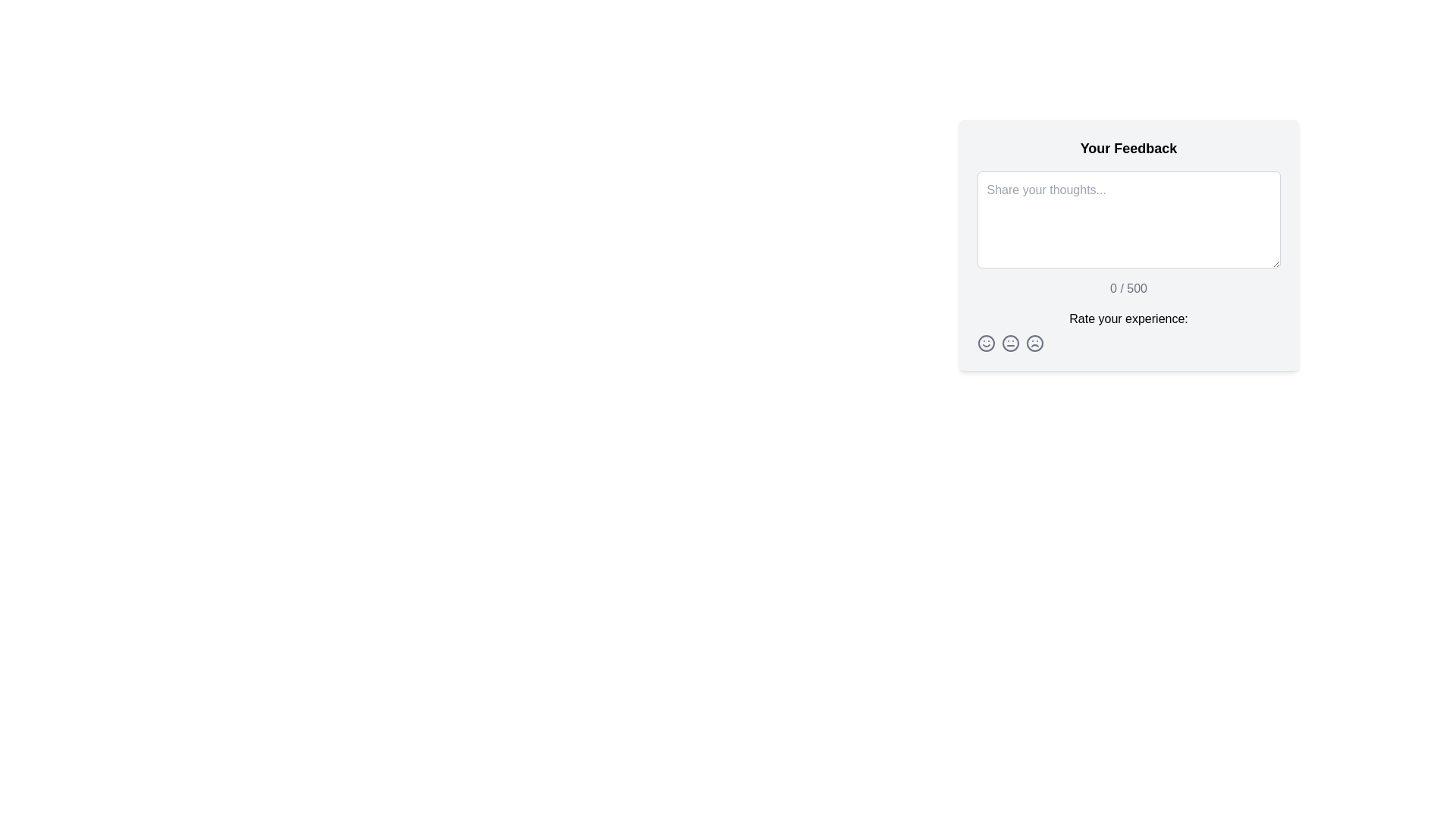  I want to click on the small textual indicator displaying '0 / 500', which is styled in gray and located directly beneath the text input box labeled 'Share your thoughts...', so click(1128, 289).